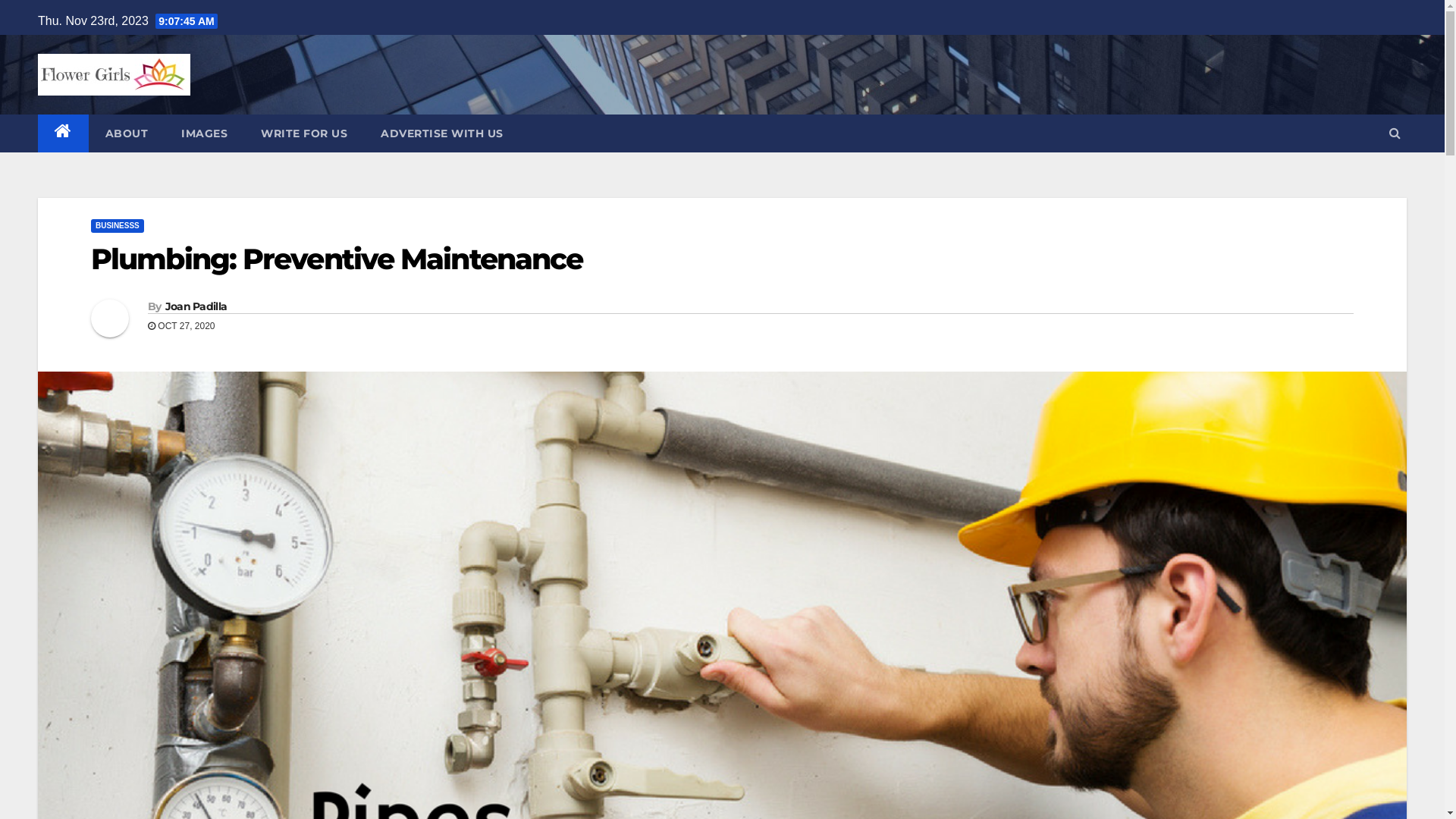 Image resolution: width=1456 pixels, height=819 pixels. Describe the element at coordinates (126, 133) in the screenshot. I see `'ABOUT'` at that location.